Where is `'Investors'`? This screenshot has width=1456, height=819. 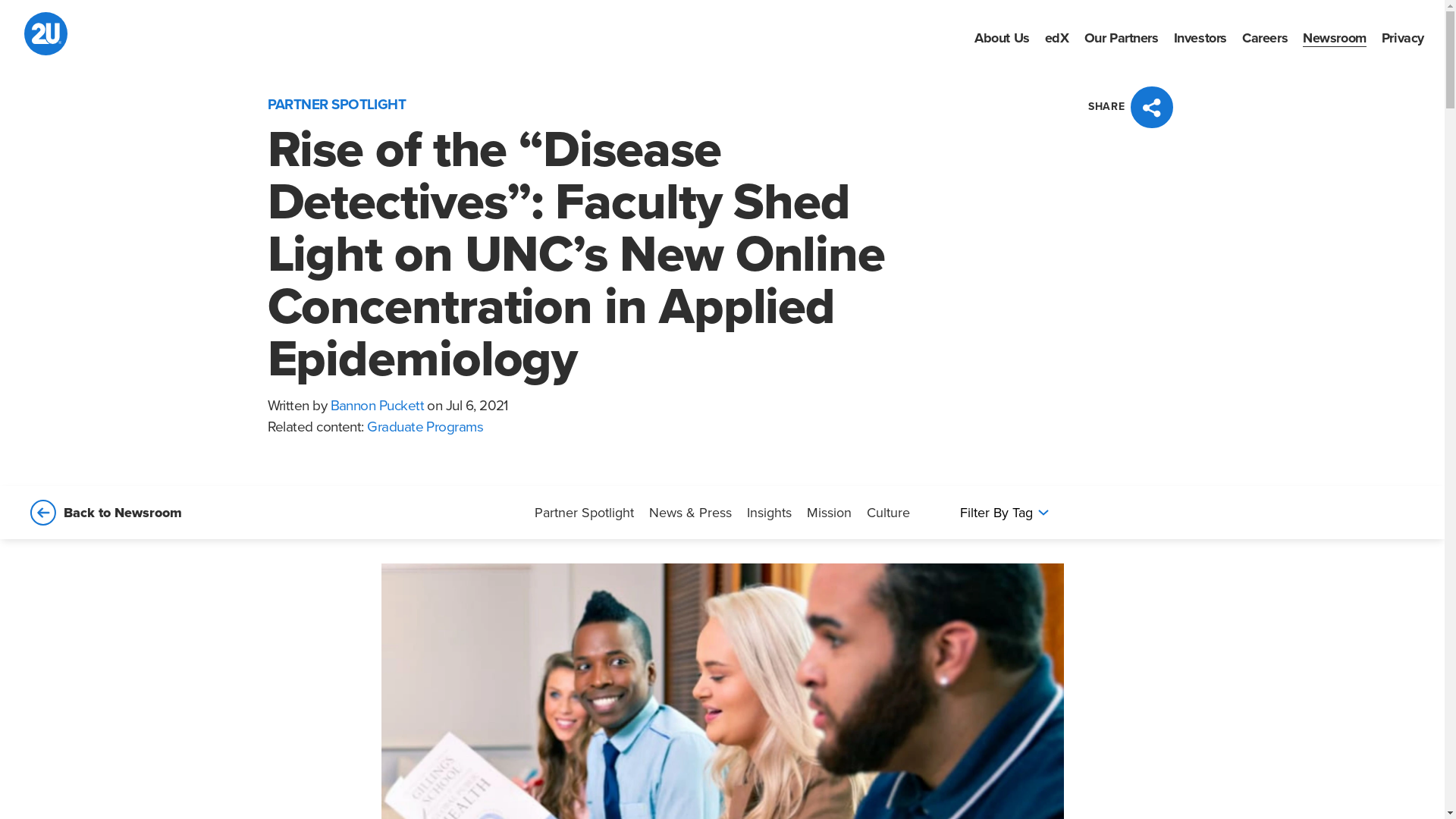
'Investors' is located at coordinates (1200, 36).